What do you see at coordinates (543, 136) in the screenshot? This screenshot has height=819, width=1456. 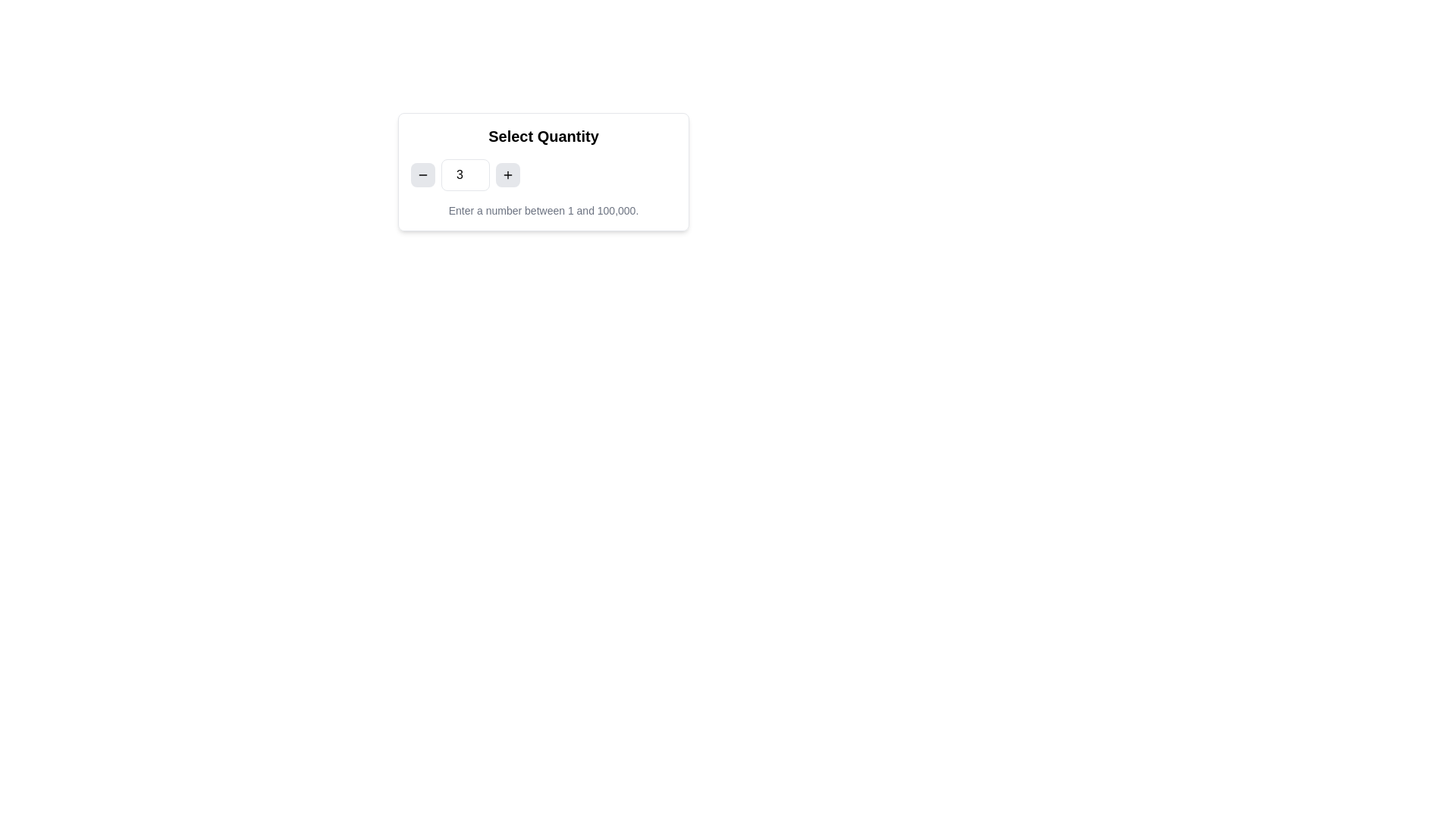 I see `the text heading that reads 'Select Quantity', which is positioned above the number input and quantity adjustment buttons` at bounding box center [543, 136].